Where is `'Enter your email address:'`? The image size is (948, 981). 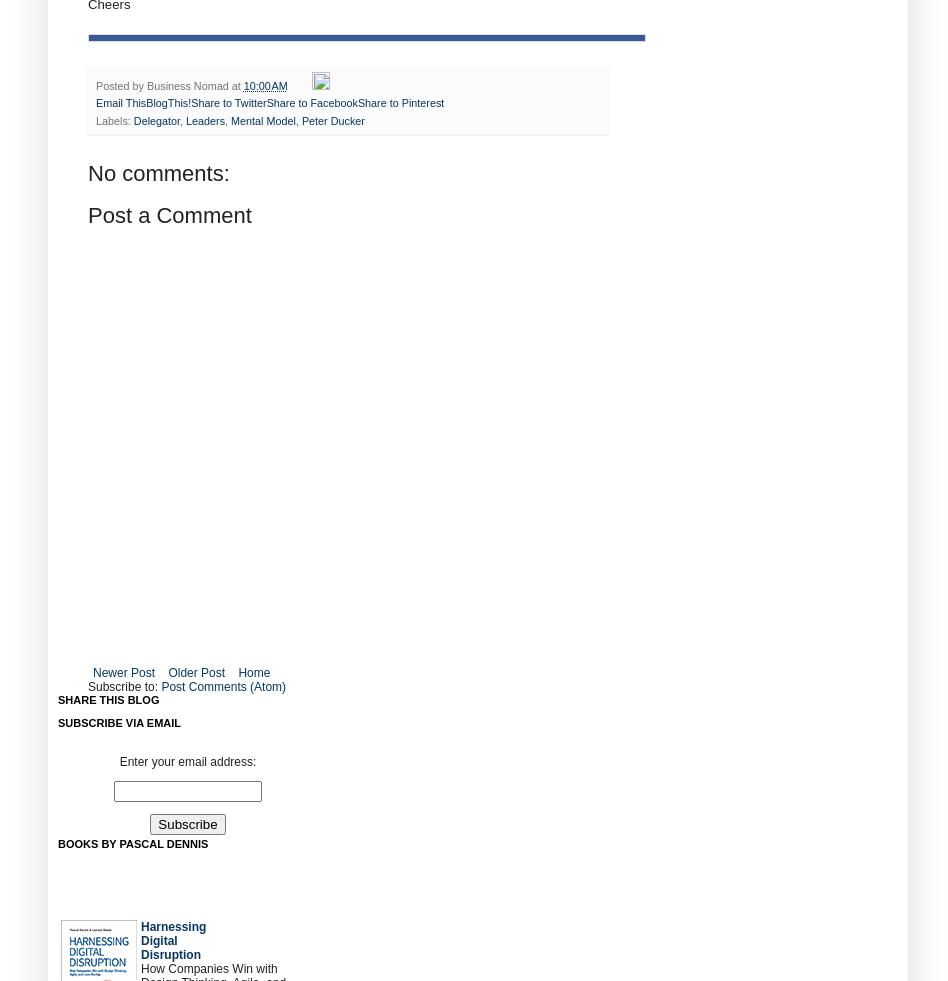
'Enter your email address:' is located at coordinates (186, 762).